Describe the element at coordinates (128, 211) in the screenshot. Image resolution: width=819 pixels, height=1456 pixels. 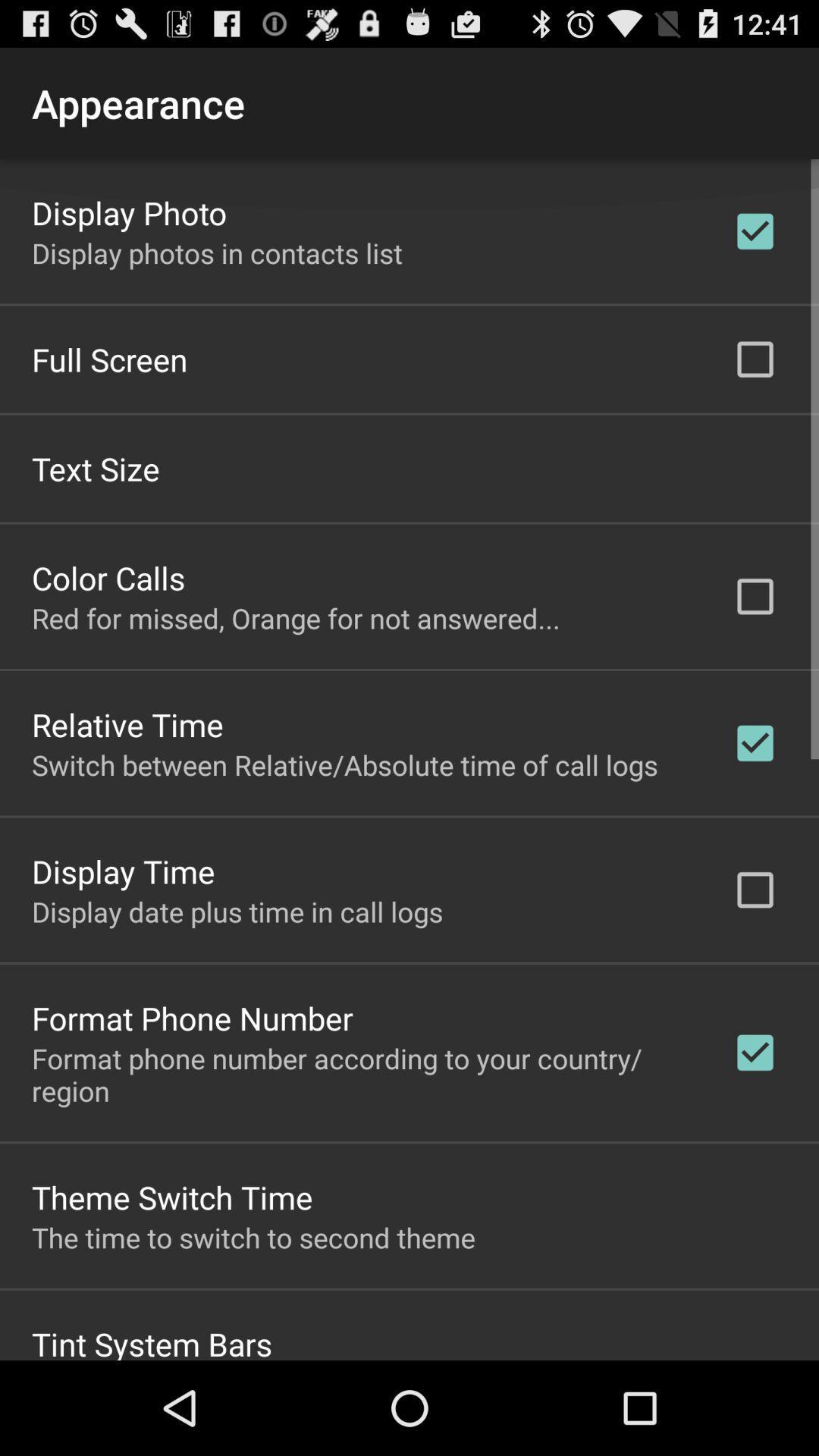
I see `the display photo icon` at that location.